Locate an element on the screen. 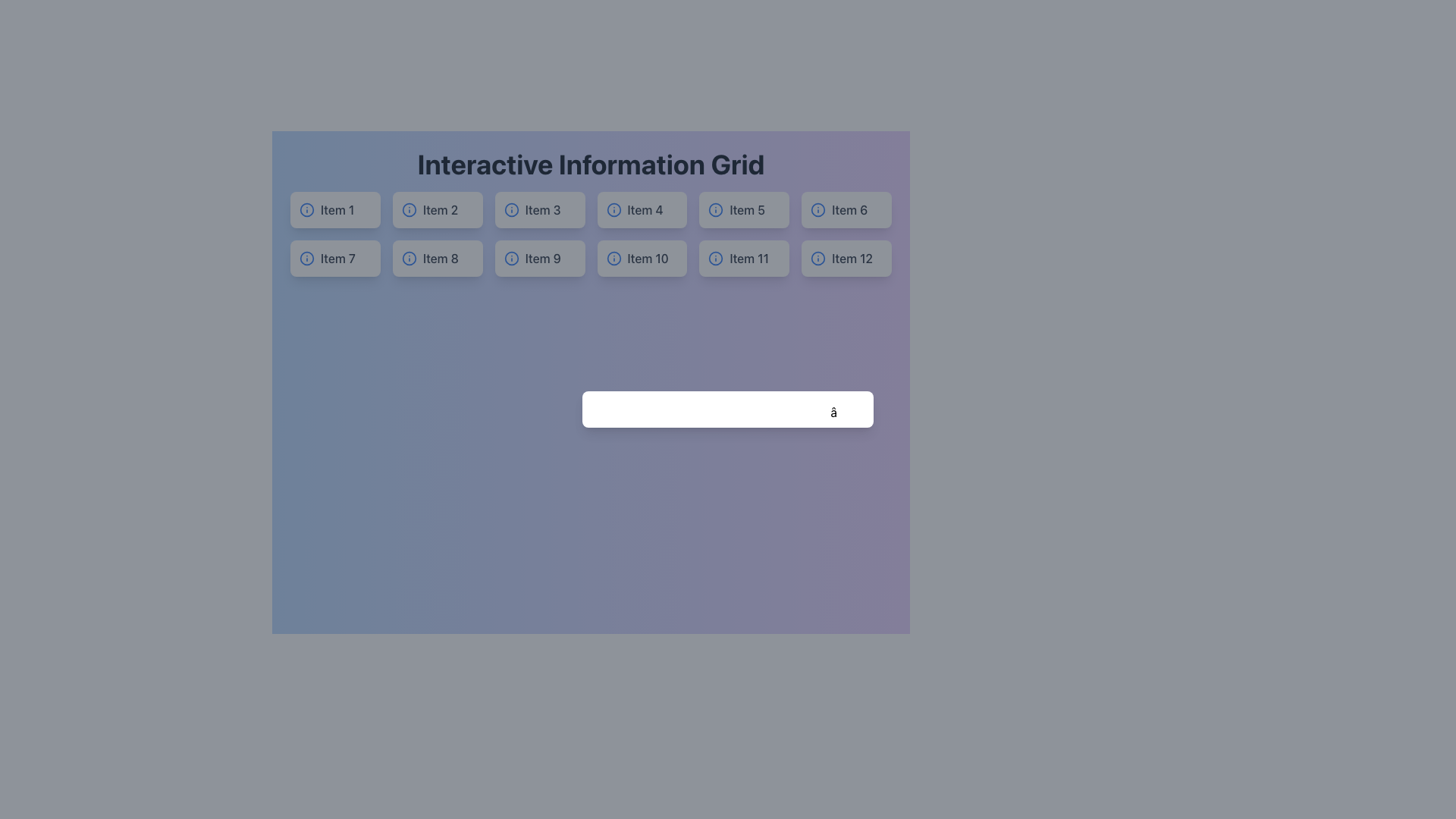 This screenshot has width=1456, height=819. the Label with Icon that serves as an information node for 'Item 11', positioned in the second row, second from the left, directly above a white rectangular input box is located at coordinates (744, 257).